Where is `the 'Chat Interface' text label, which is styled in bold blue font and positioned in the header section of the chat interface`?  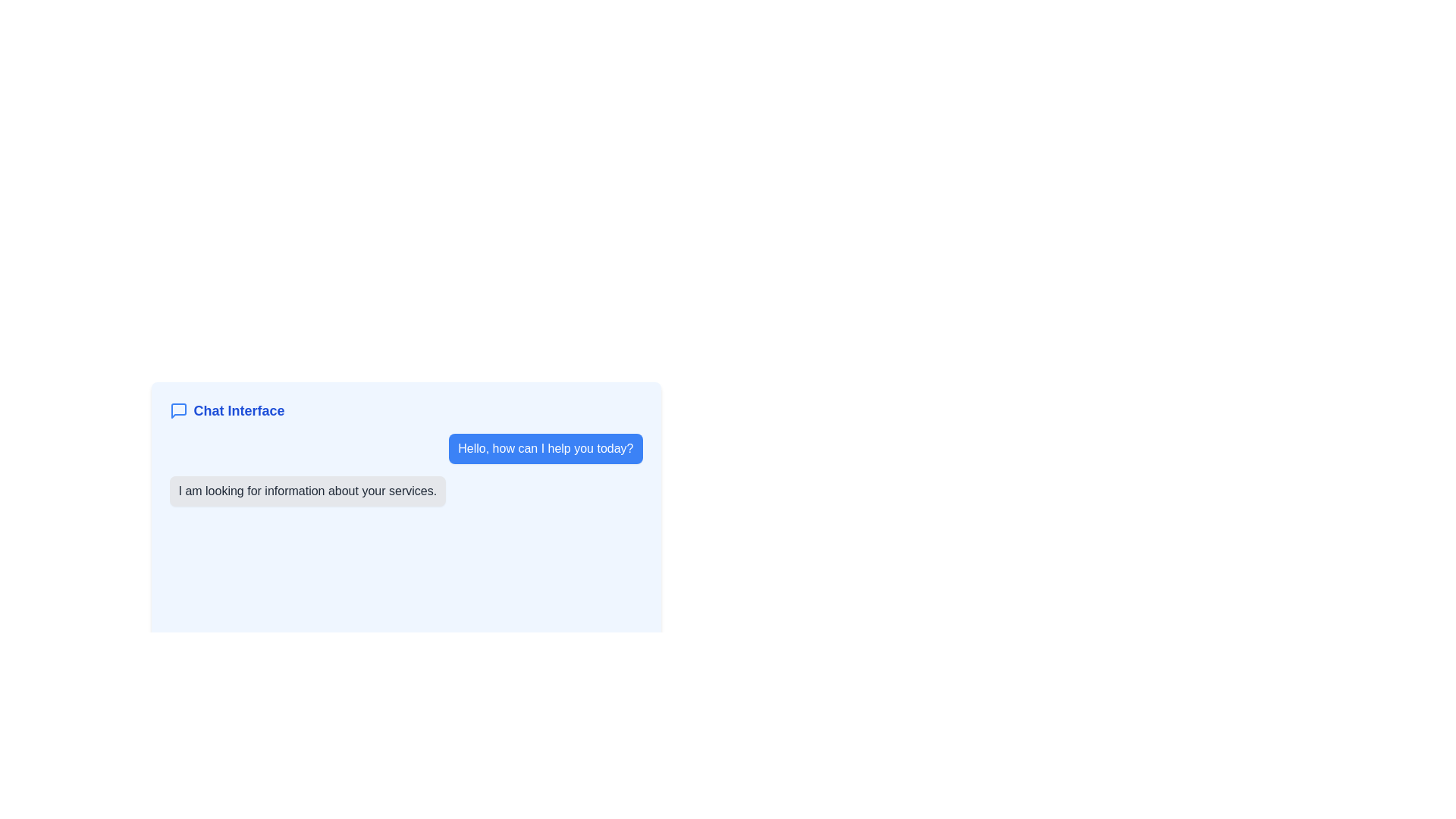
the 'Chat Interface' text label, which is styled in bold blue font and positioned in the header section of the chat interface is located at coordinates (238, 411).